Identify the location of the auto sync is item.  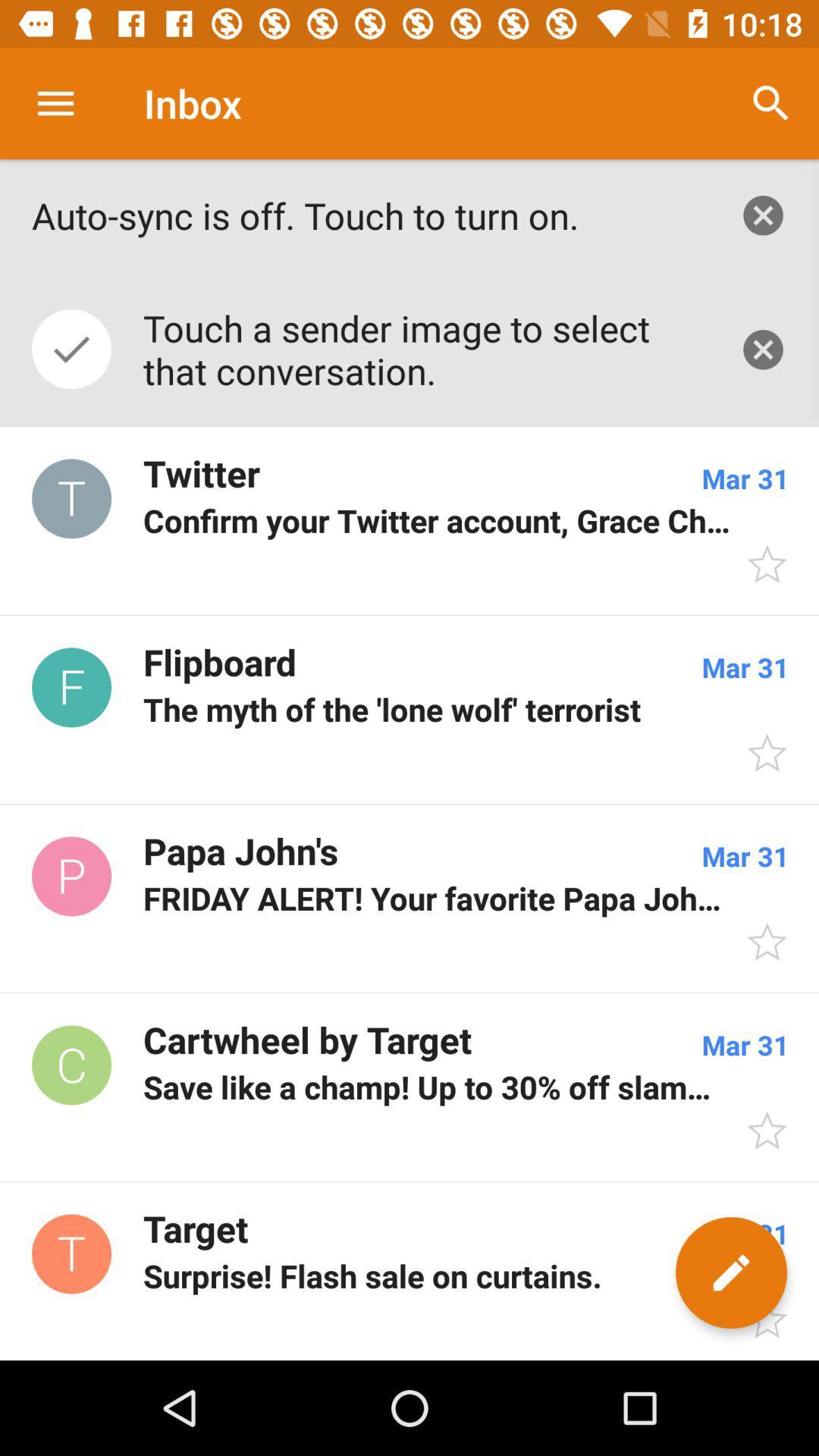
(369, 215).